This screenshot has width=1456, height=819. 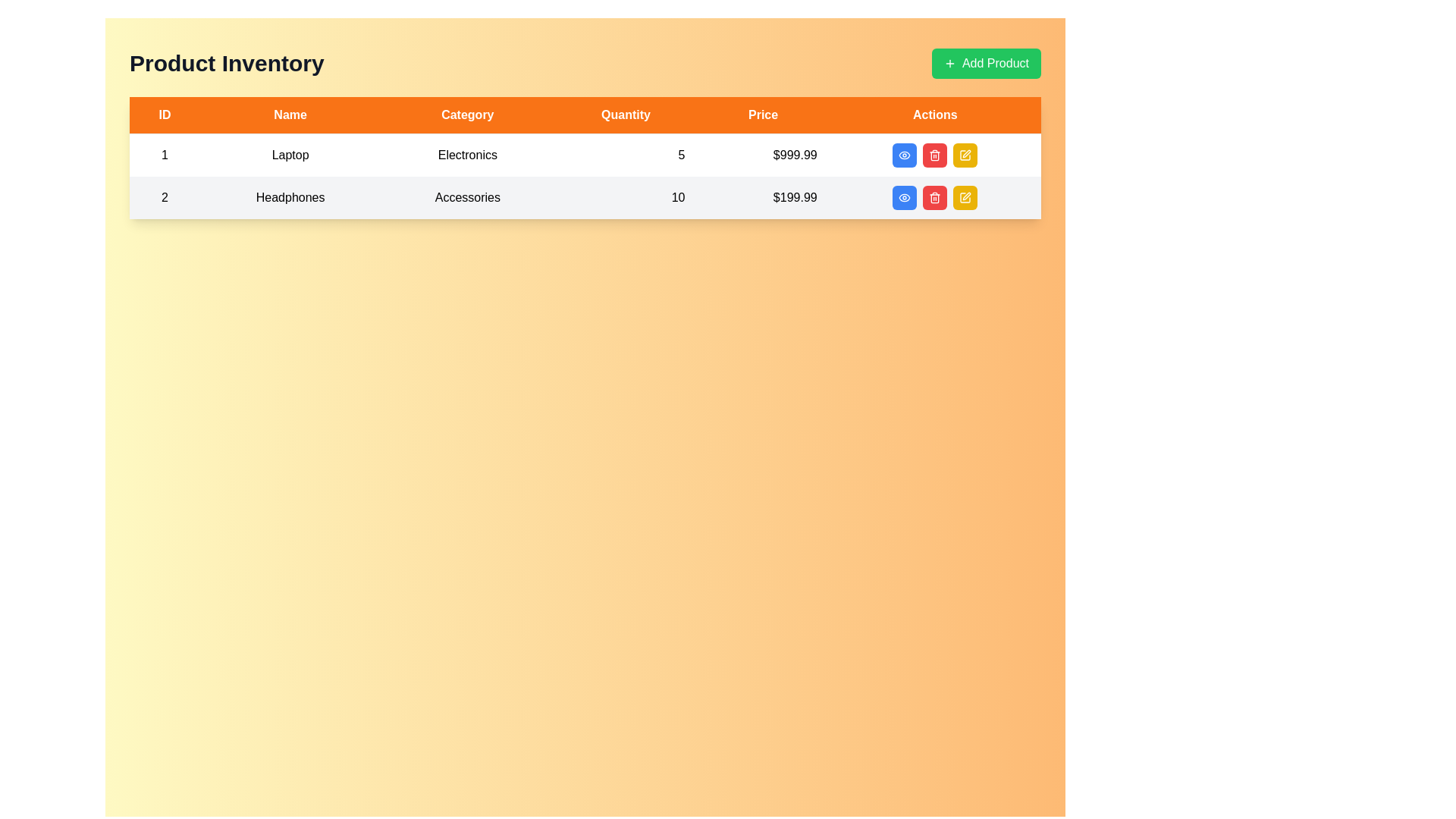 I want to click on the 'Quantity' static text label in the table header, which indicates the quantity of items in the respective rows and is the fourth column header in the table, so click(x=626, y=115).